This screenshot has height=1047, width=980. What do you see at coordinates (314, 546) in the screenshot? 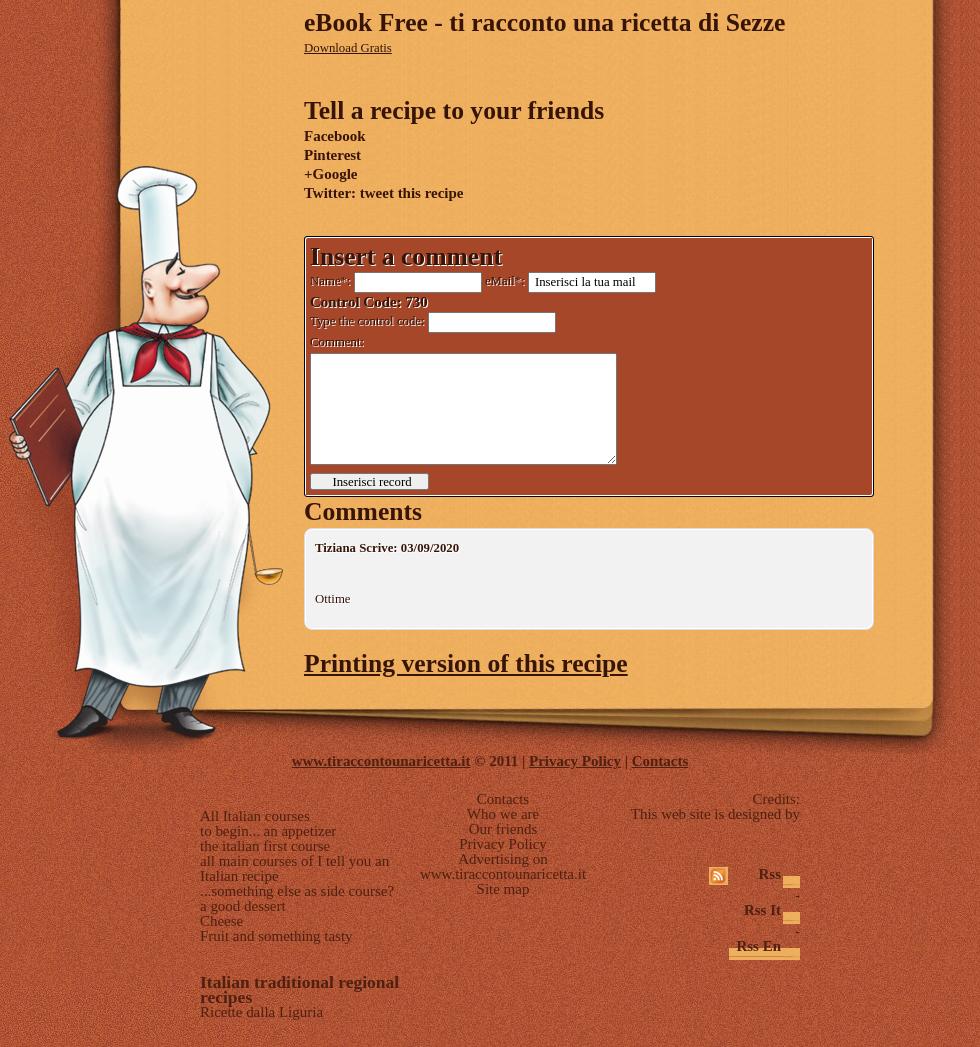
I see `'Tiziana Scrive: 03/09/2020'` at bounding box center [314, 546].